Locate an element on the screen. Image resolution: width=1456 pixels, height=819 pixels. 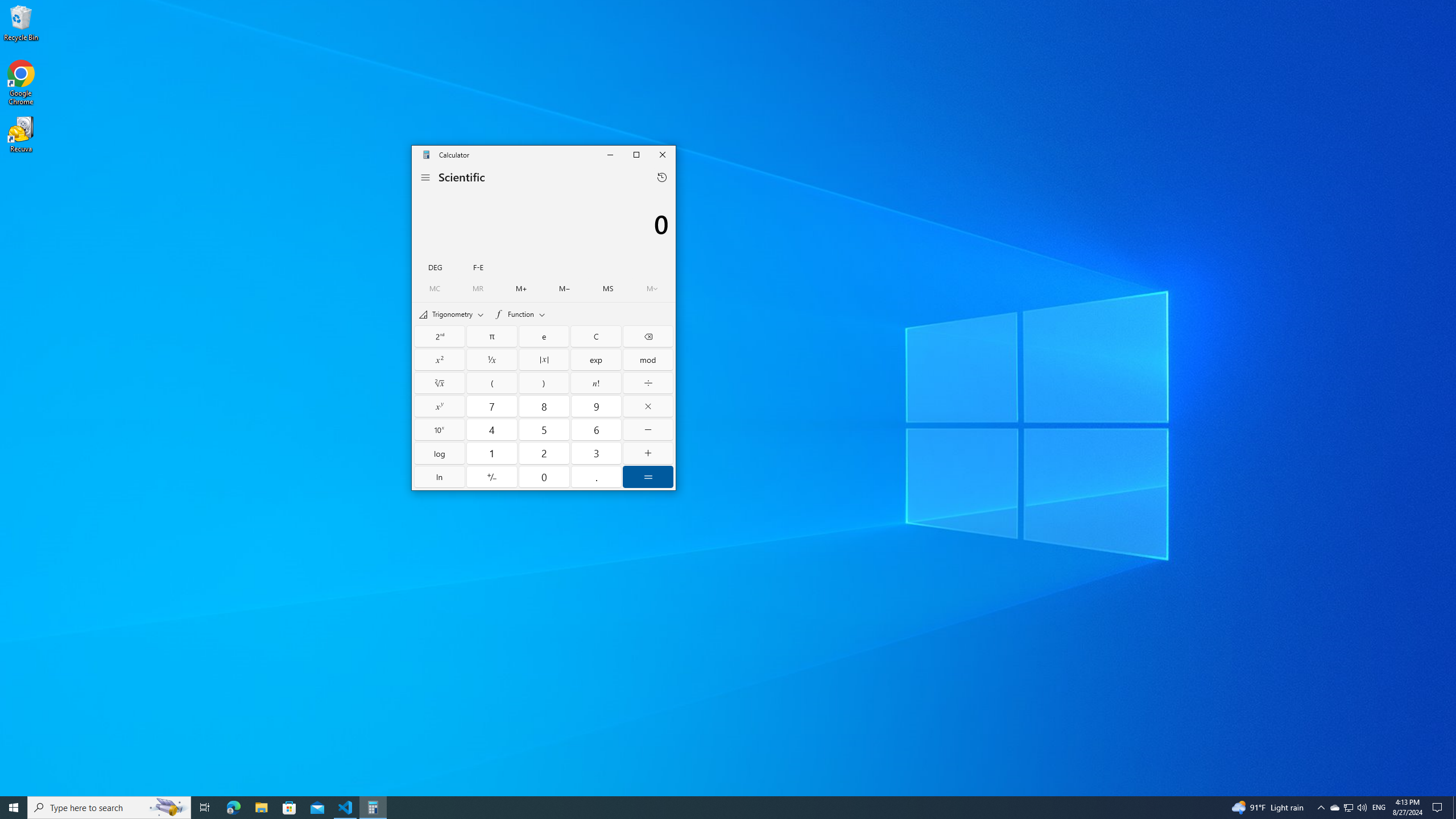
'Maximize Calculator' is located at coordinates (635, 154).